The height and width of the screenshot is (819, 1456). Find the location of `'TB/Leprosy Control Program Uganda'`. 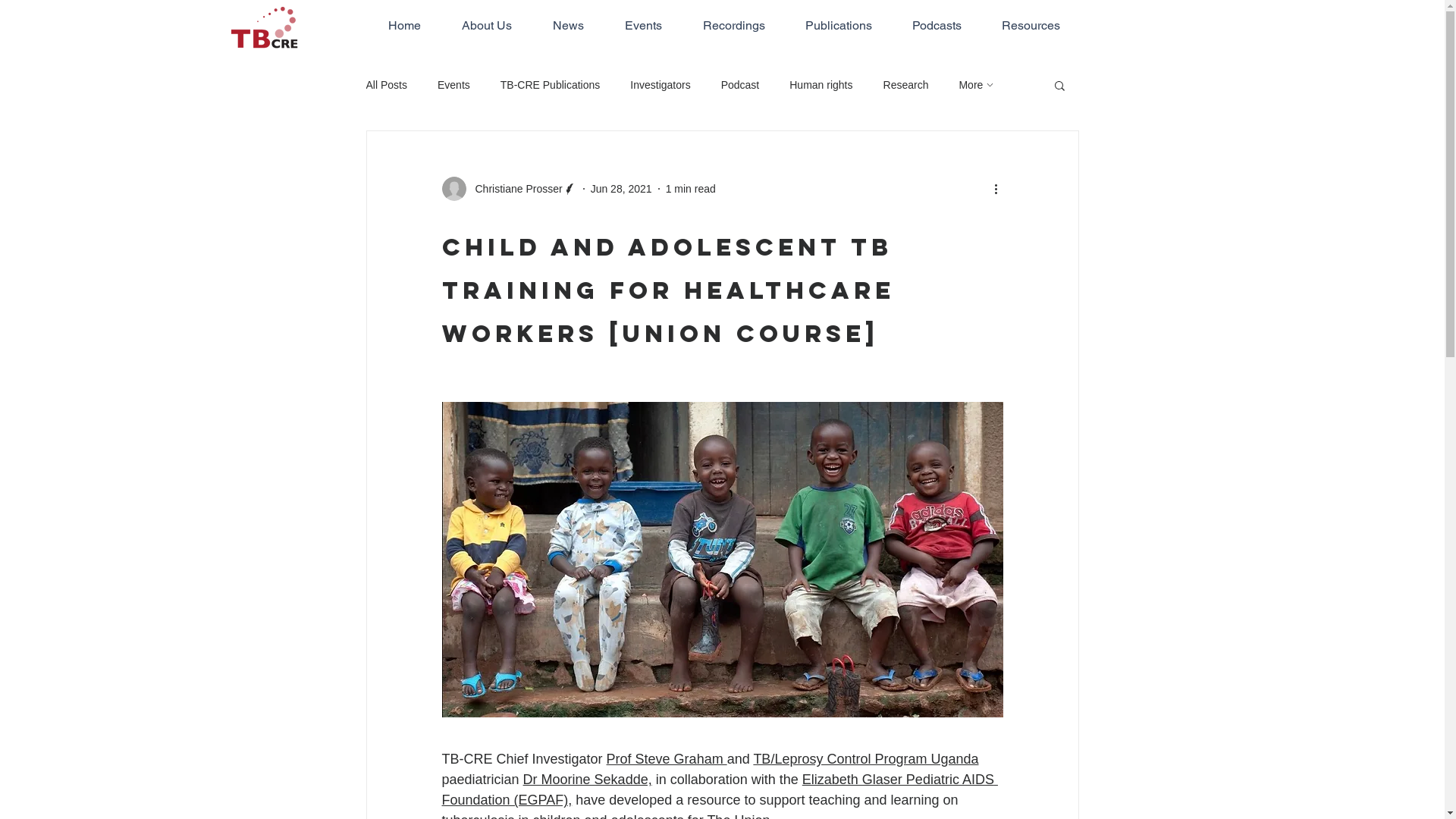

'TB/Leprosy Control Program Uganda' is located at coordinates (865, 759).